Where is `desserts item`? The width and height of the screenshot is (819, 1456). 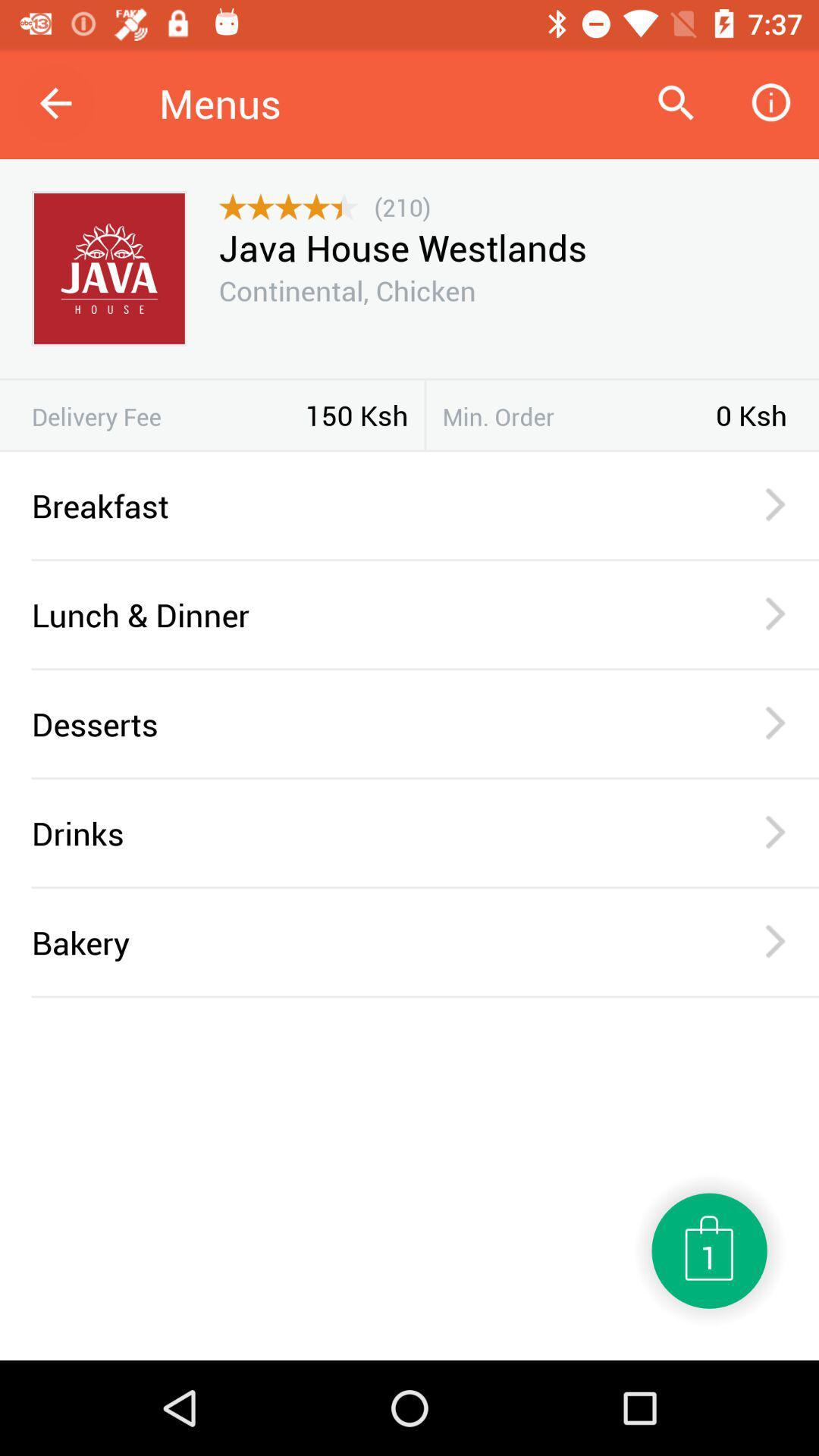 desserts item is located at coordinates (366, 723).